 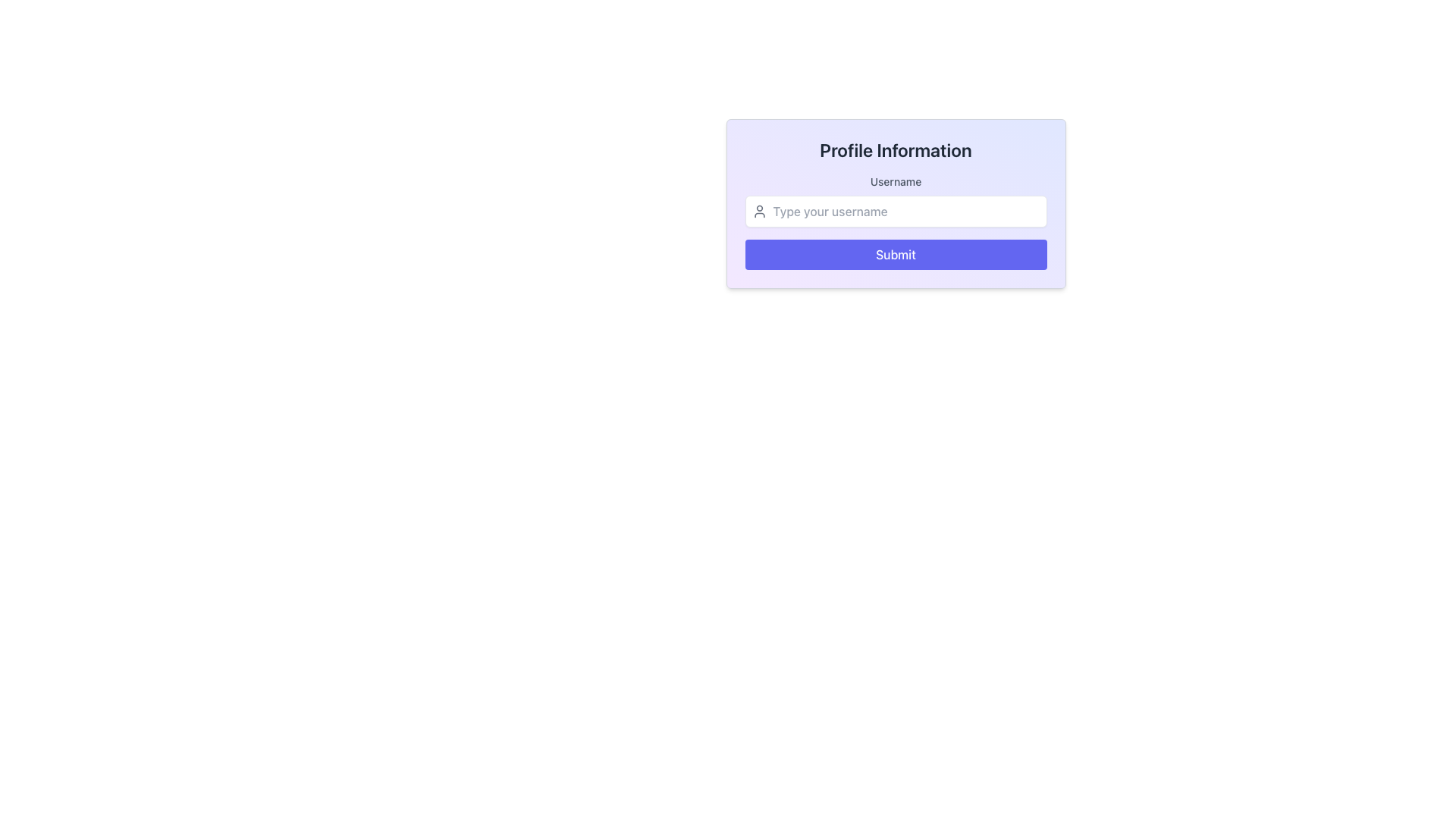 I want to click on the user icon located on the left side of the username input field within the form, adjacent to the placeholder 'Type your username', so click(x=759, y=211).